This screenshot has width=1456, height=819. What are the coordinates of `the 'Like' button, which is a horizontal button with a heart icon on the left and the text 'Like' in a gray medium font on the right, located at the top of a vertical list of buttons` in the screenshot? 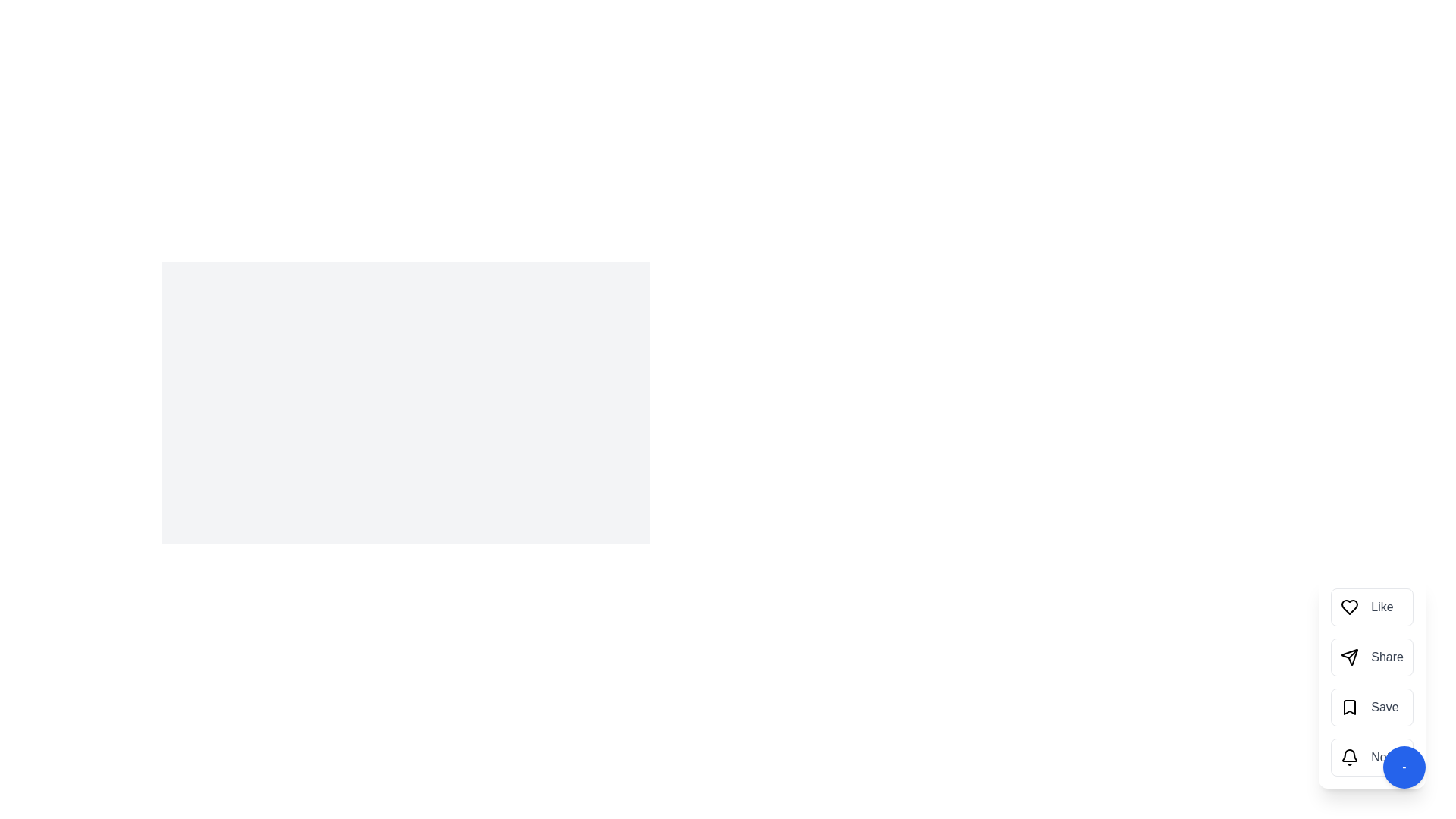 It's located at (1372, 607).